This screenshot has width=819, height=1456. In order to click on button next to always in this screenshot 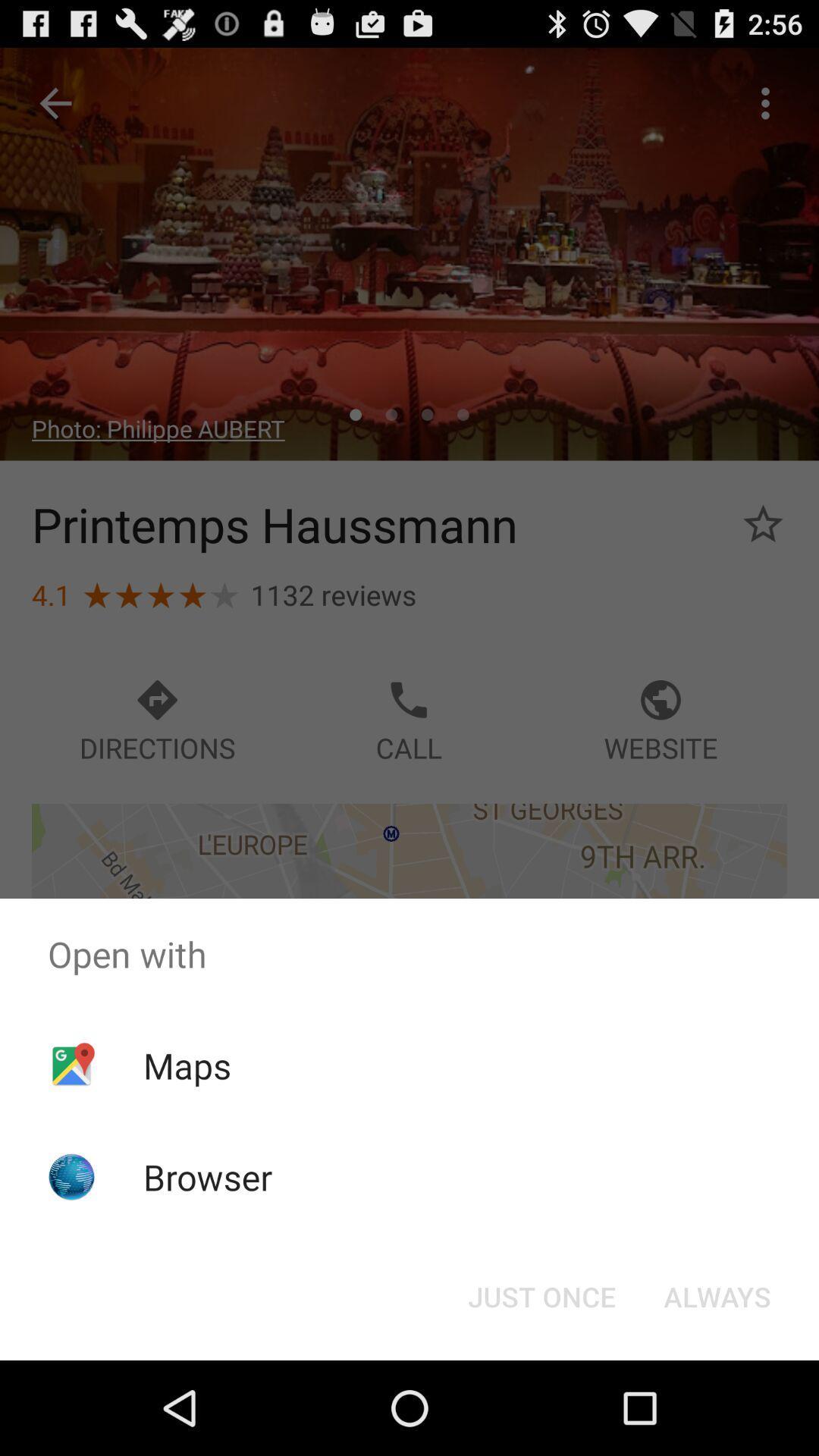, I will do `click(541, 1295)`.